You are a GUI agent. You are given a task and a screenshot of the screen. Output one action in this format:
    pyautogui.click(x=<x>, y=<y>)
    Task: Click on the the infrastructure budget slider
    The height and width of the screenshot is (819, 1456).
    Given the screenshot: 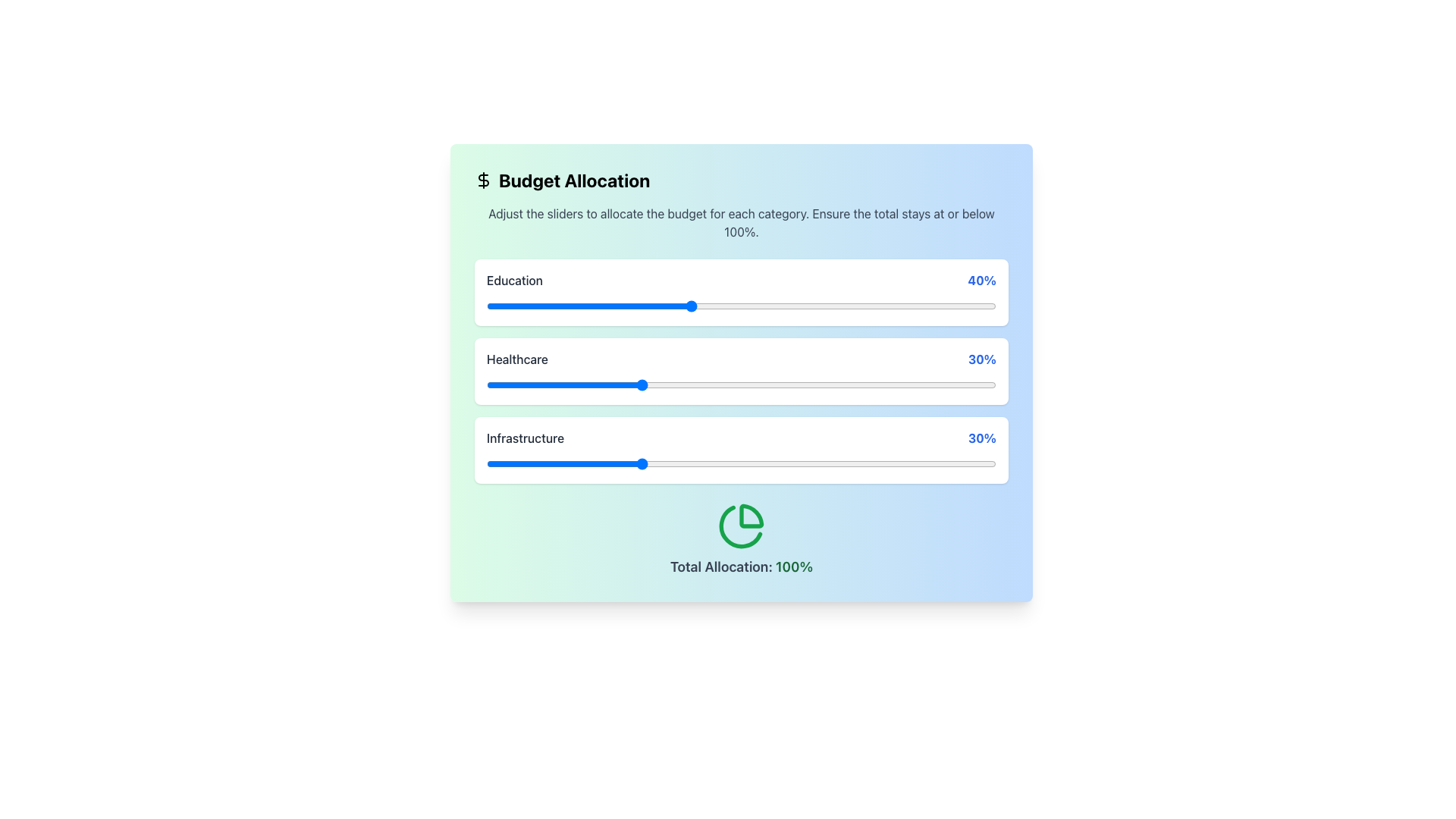 What is the action you would take?
    pyautogui.click(x=944, y=463)
    